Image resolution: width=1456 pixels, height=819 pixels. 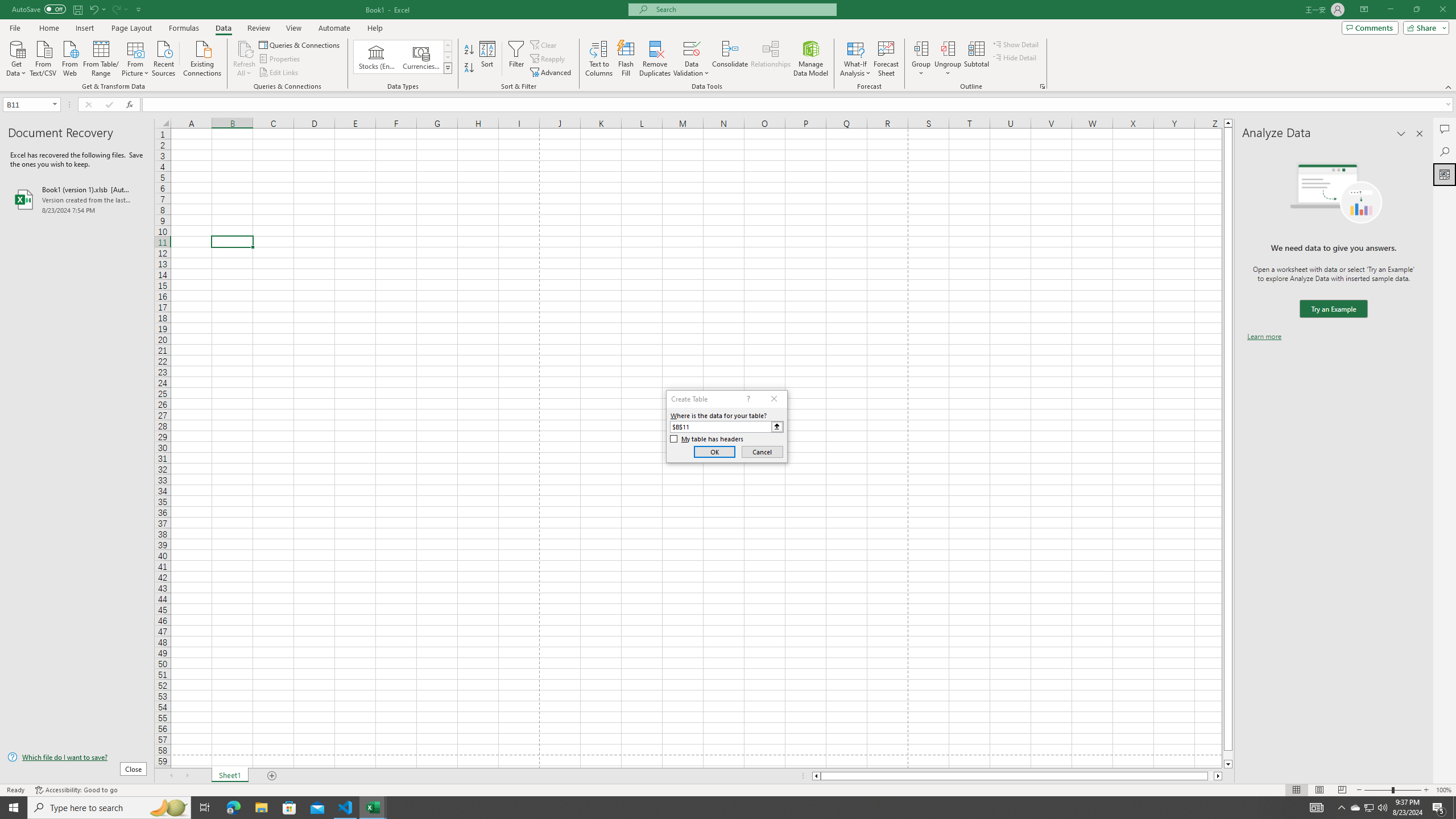 What do you see at coordinates (976, 59) in the screenshot?
I see `'Subtotal'` at bounding box center [976, 59].